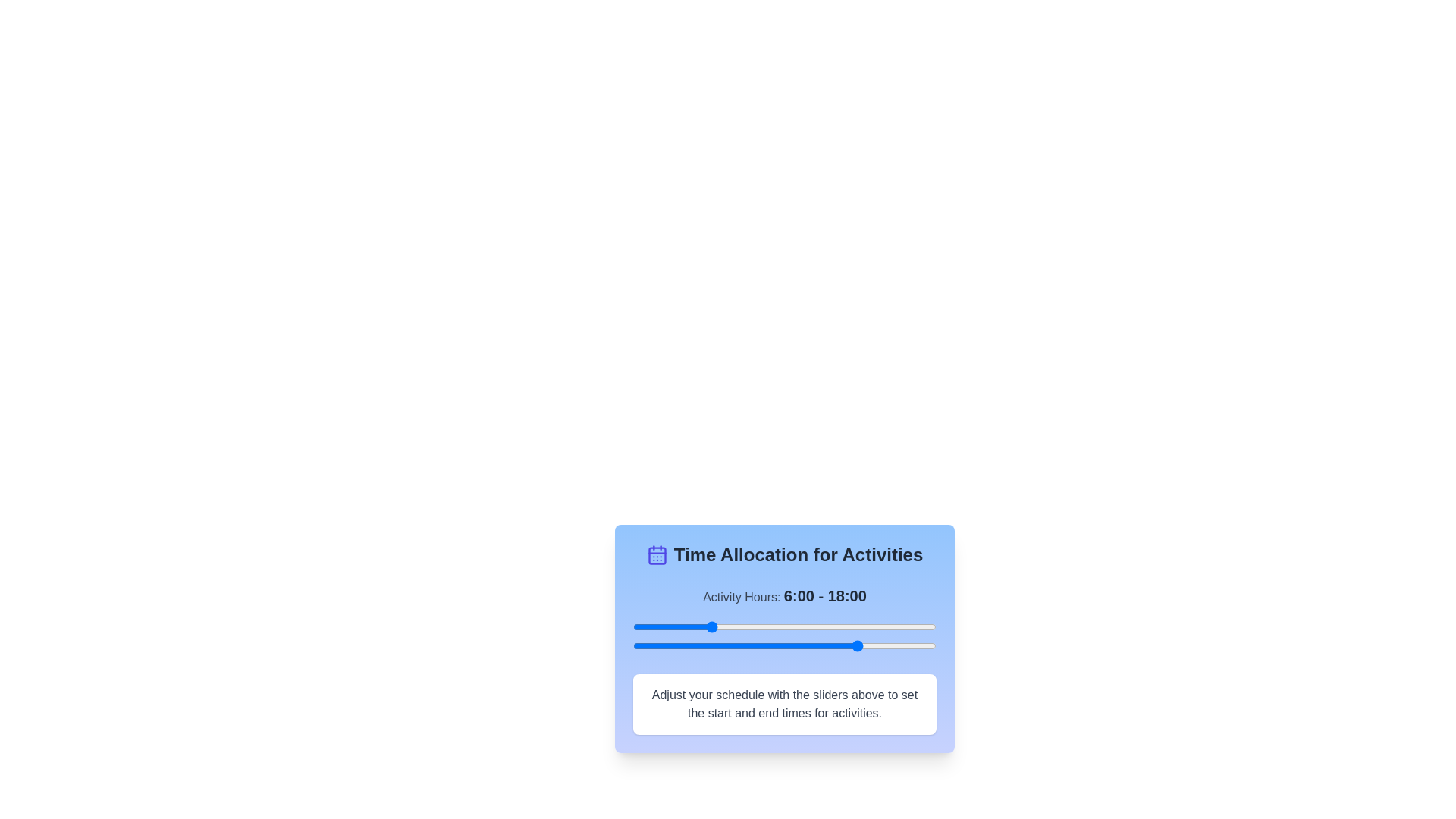 This screenshot has height=819, width=1456. I want to click on the end time slider to 15 hours, so click(821, 646).